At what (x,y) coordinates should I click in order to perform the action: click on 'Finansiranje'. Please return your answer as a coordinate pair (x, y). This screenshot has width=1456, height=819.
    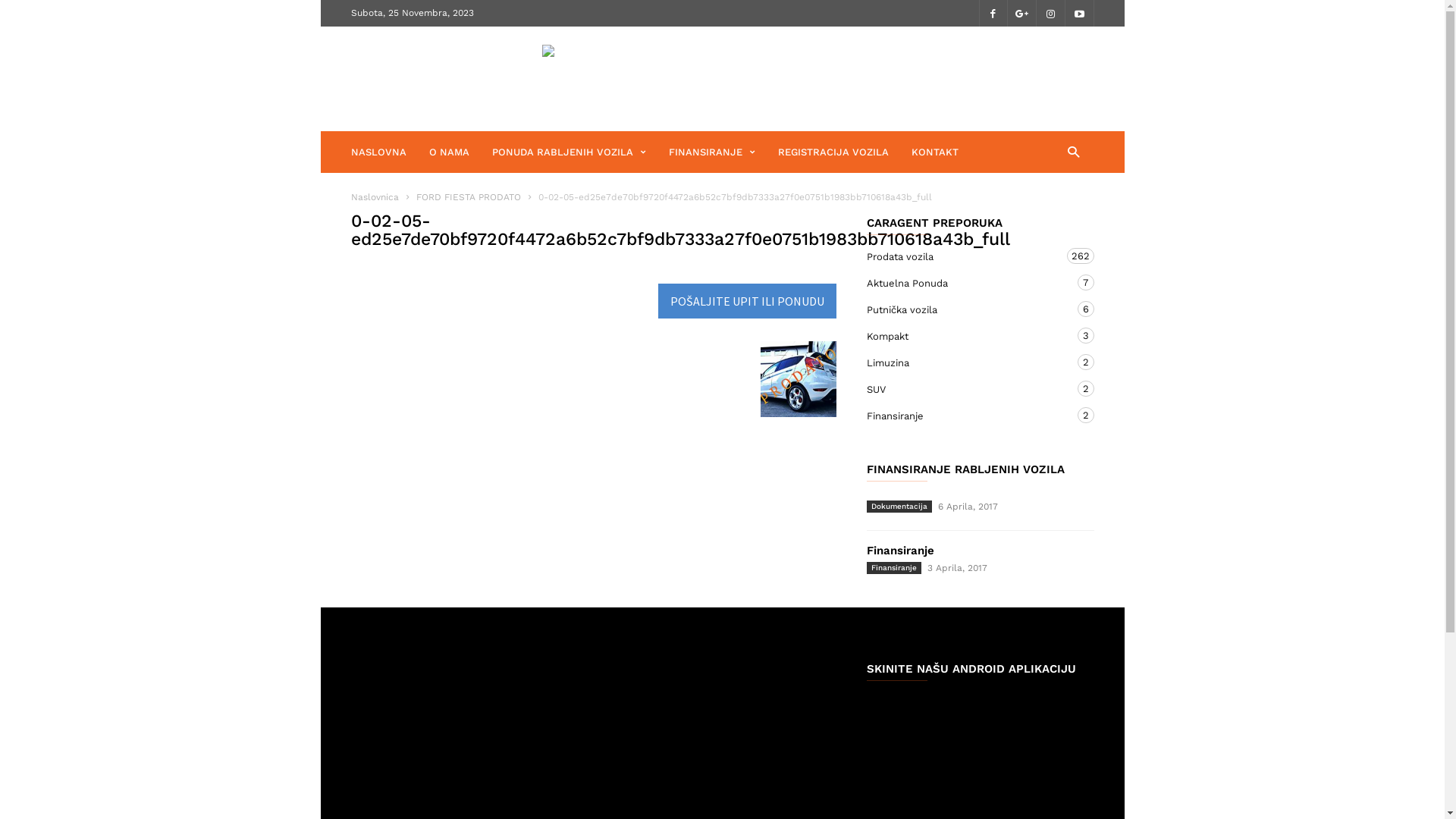
    Looking at the image, I should click on (899, 550).